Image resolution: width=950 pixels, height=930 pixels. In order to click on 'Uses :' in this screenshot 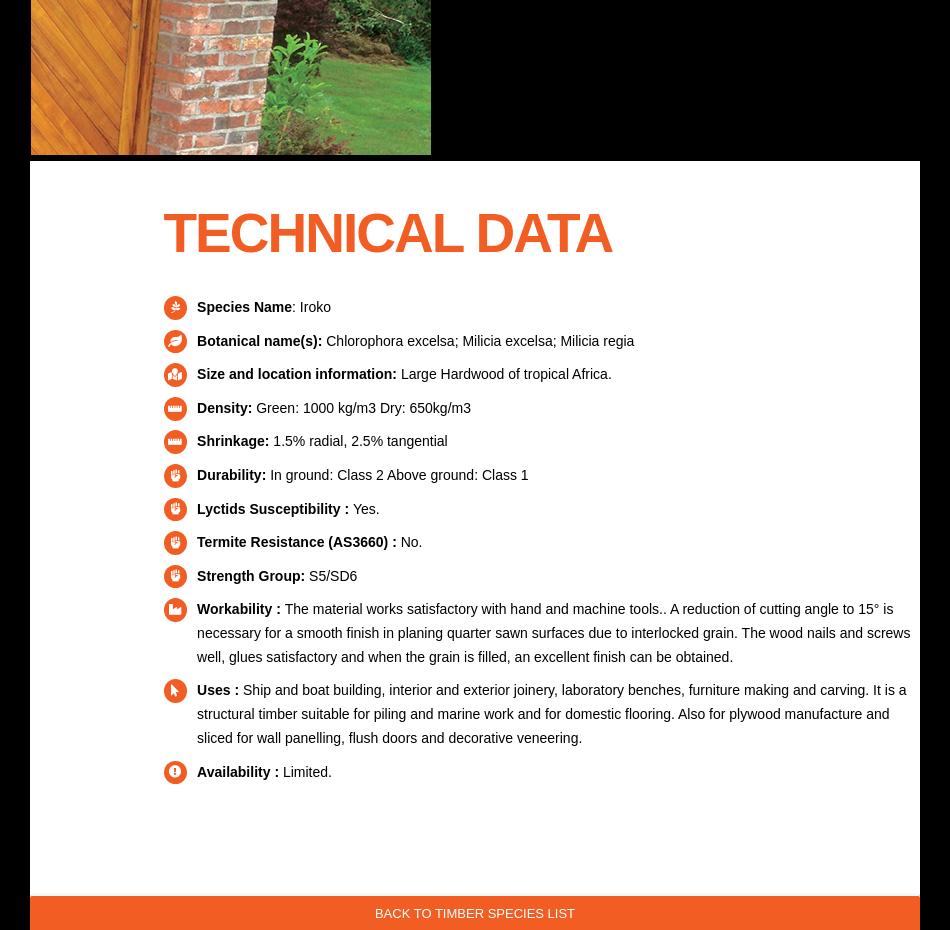, I will do `click(220, 688)`.